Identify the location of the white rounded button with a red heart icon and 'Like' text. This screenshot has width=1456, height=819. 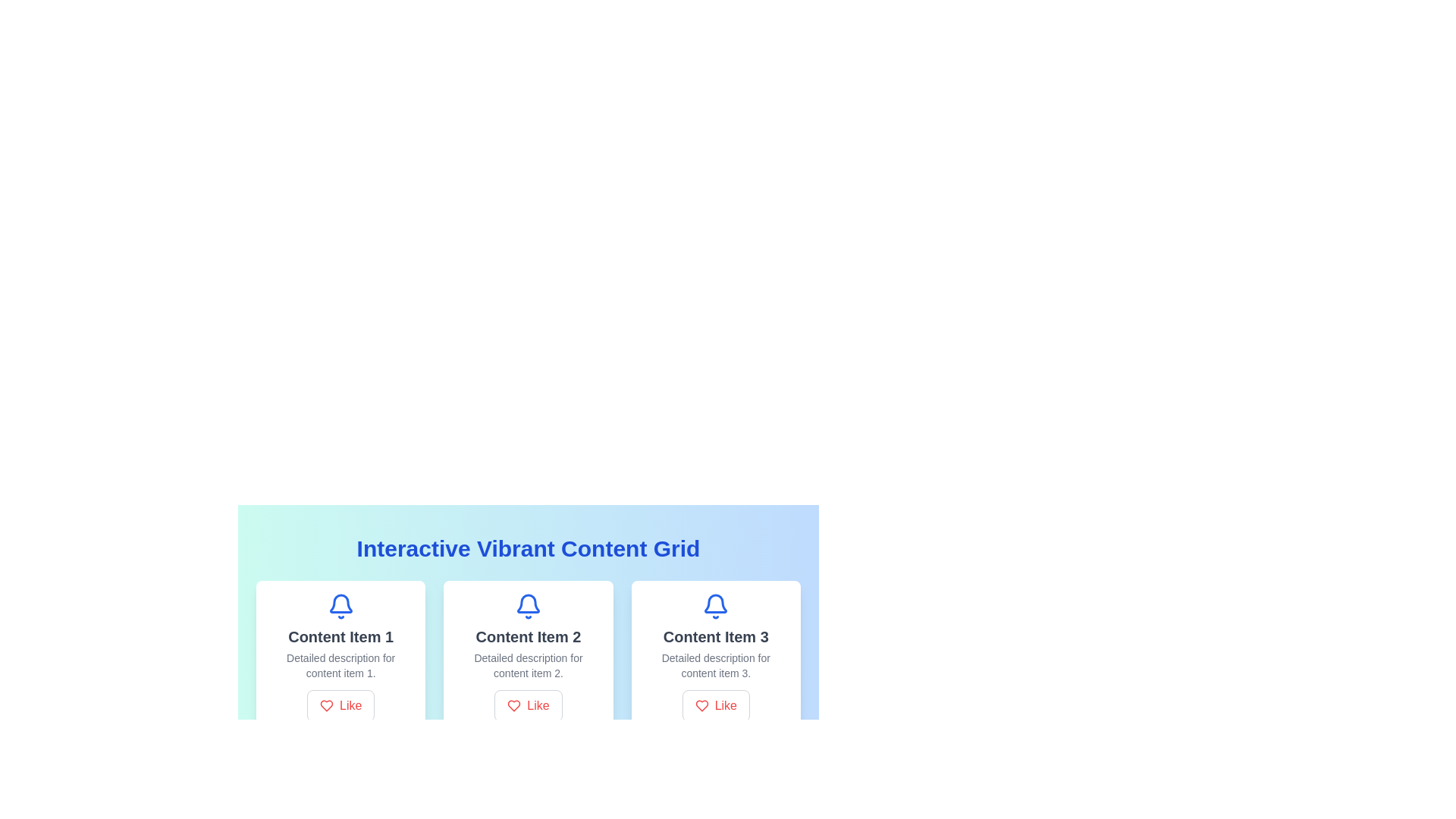
(340, 705).